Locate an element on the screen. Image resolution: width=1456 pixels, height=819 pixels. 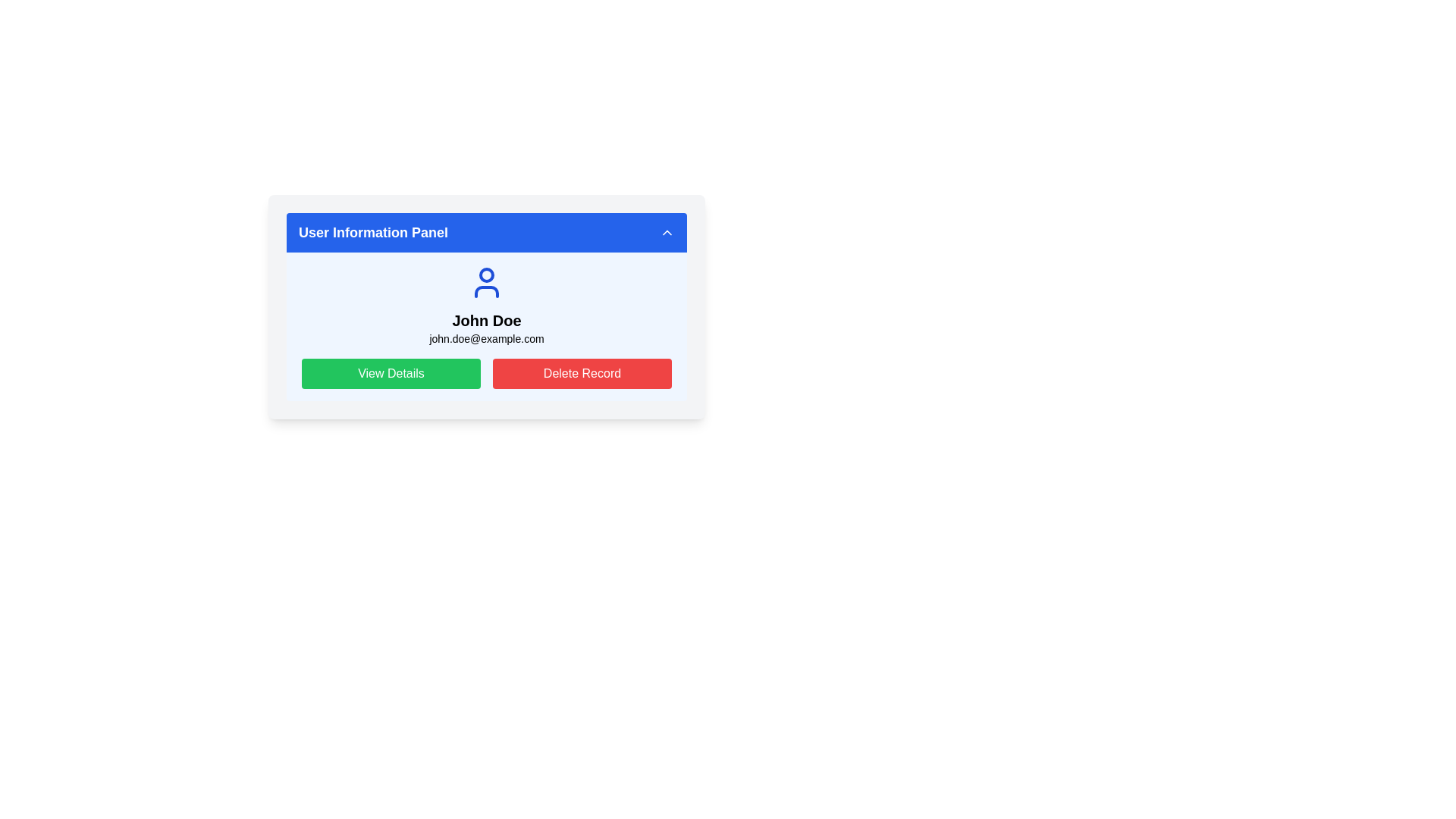
the email address text element located below 'John Doe' in the user information section is located at coordinates (487, 338).